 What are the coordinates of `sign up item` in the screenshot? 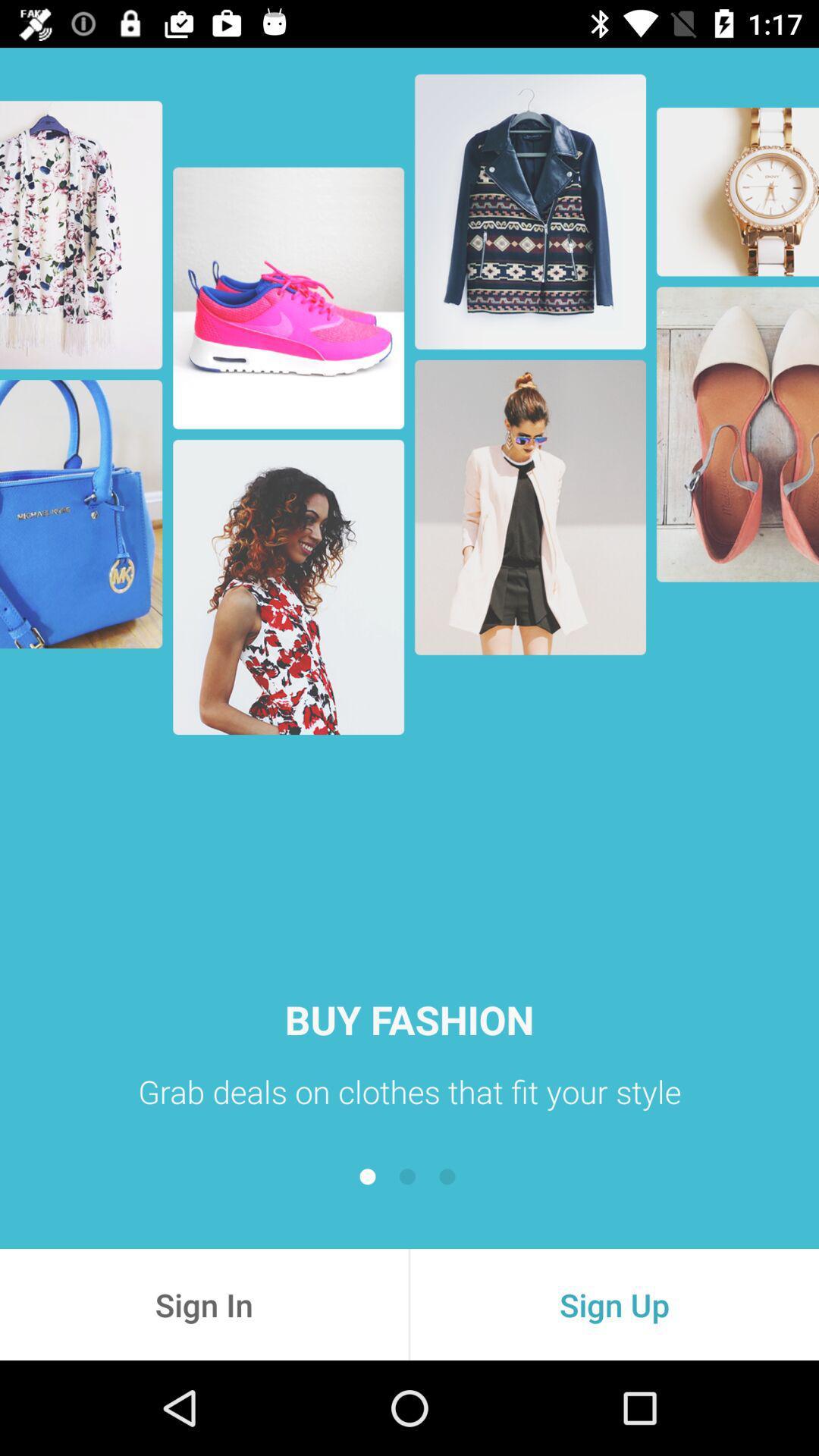 It's located at (614, 1304).